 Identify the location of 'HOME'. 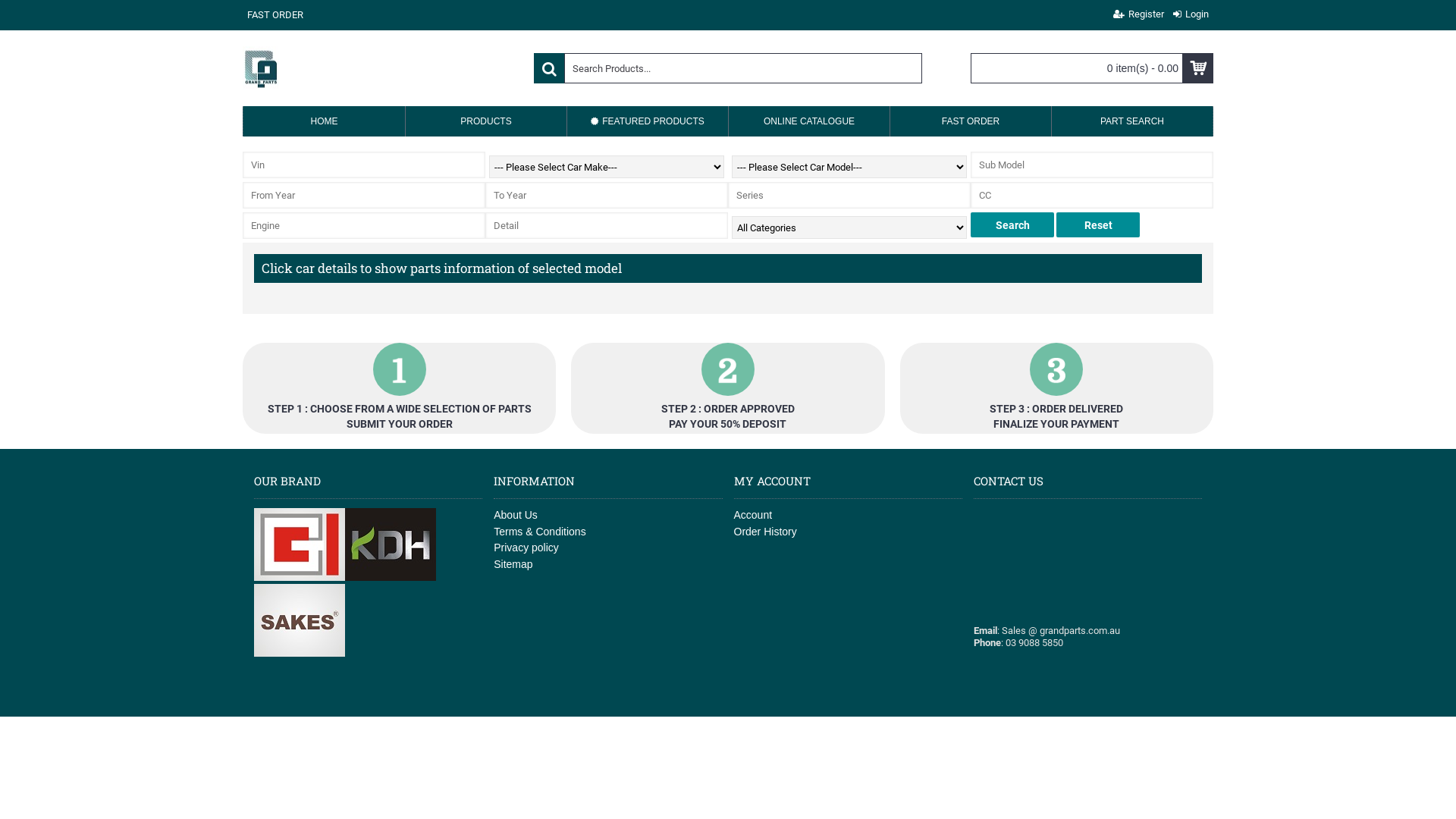
(323, 120).